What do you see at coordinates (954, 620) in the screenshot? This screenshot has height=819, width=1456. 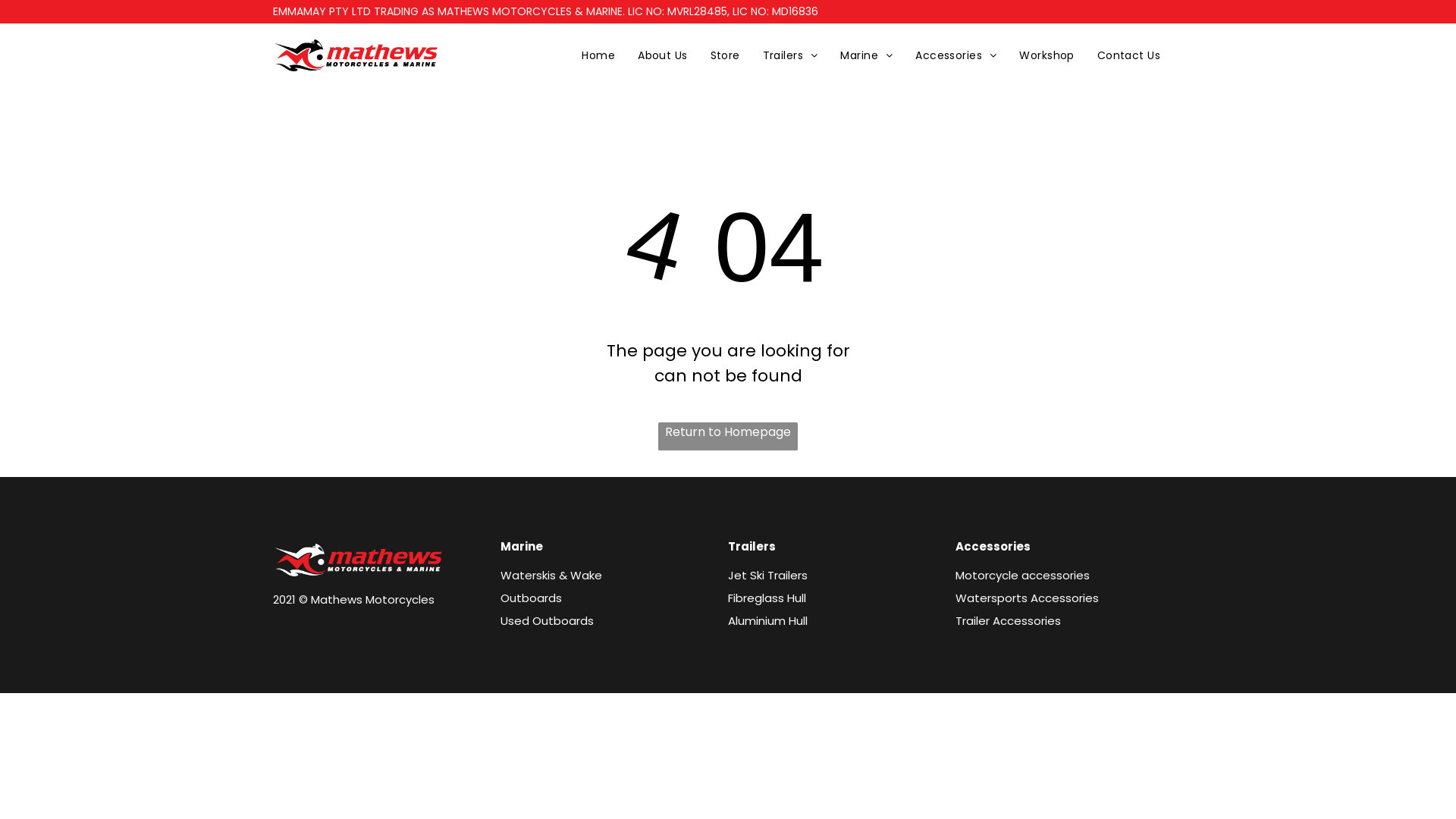 I see `'Trailer Accessories'` at bounding box center [954, 620].